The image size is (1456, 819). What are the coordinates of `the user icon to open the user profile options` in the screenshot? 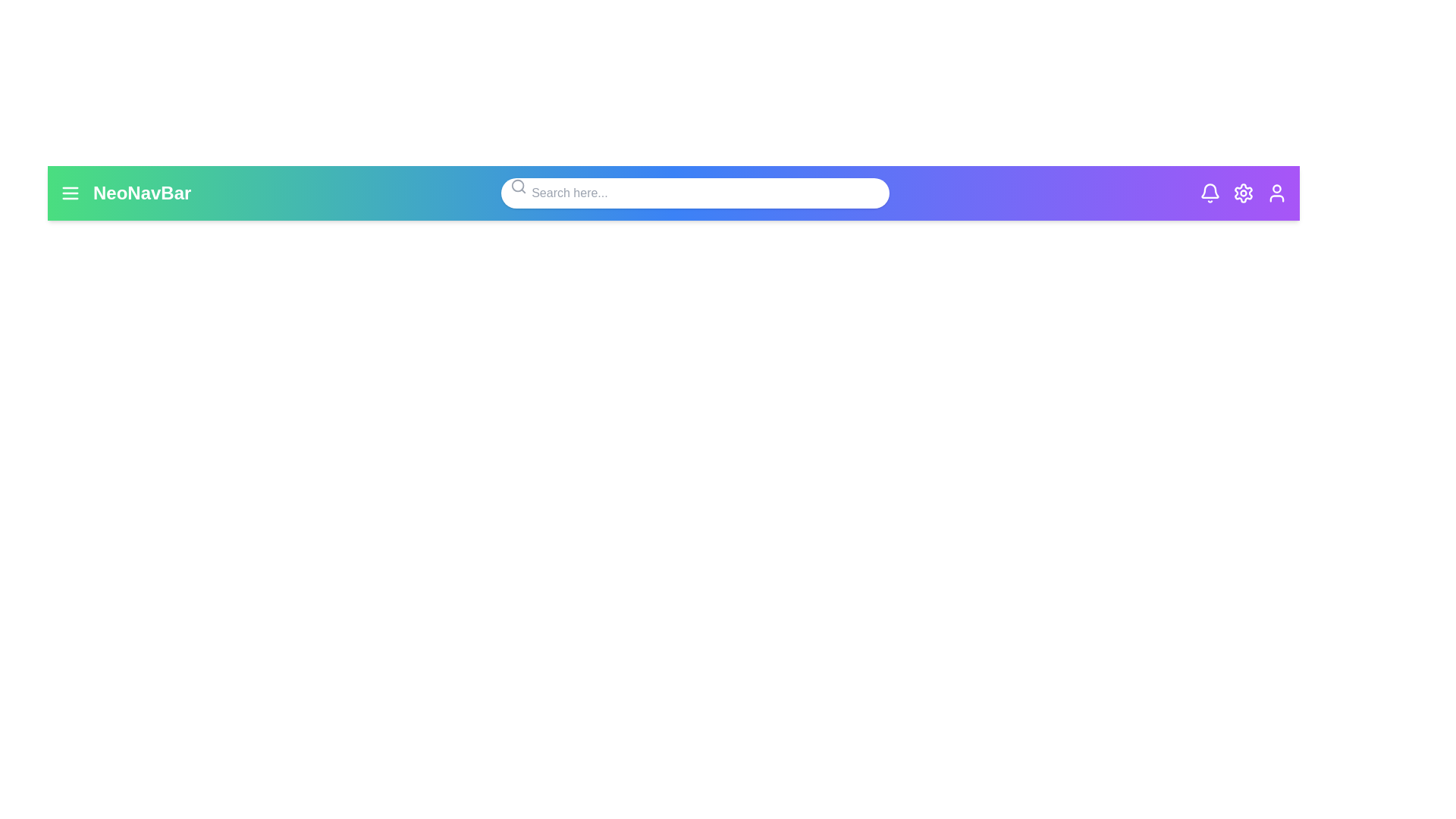 It's located at (1276, 192).